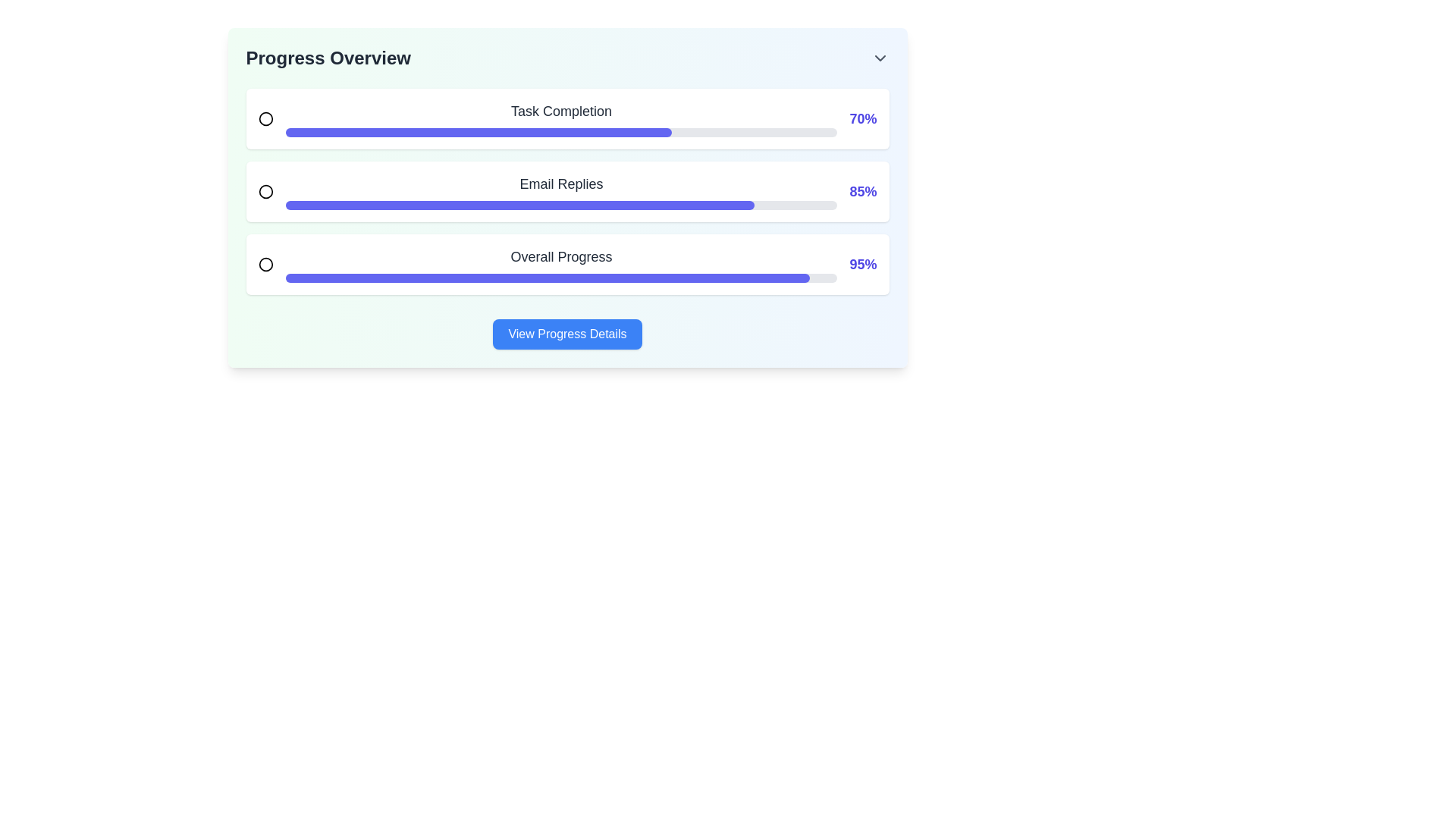 This screenshot has height=819, width=1456. I want to click on the circular icon styled with a primary color, located at the far-left side of the 'Email Replies' section, aligned with the label text and progress bar, so click(265, 191).